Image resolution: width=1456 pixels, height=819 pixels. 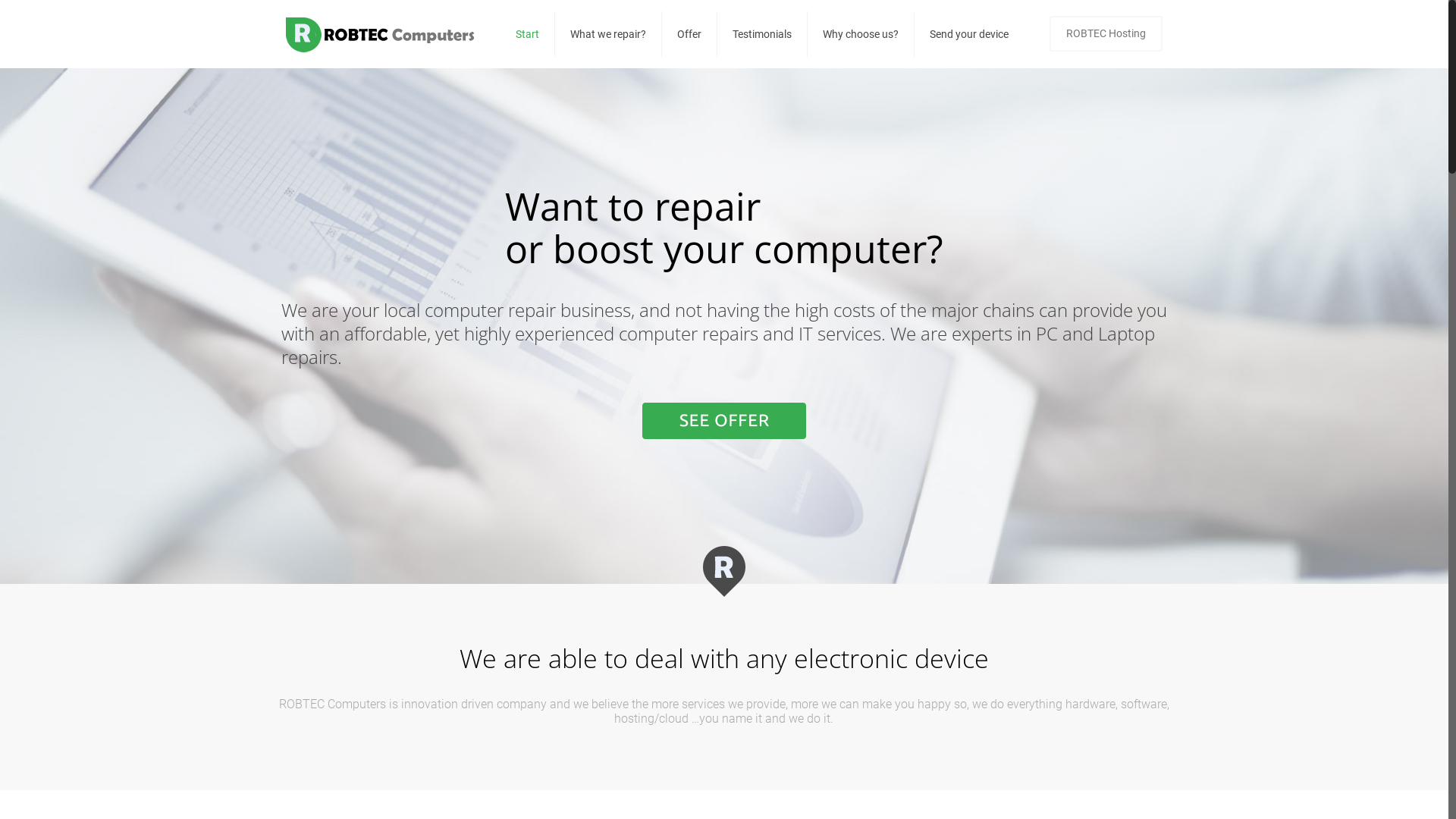 I want to click on 'Why choose us?', so click(x=861, y=34).